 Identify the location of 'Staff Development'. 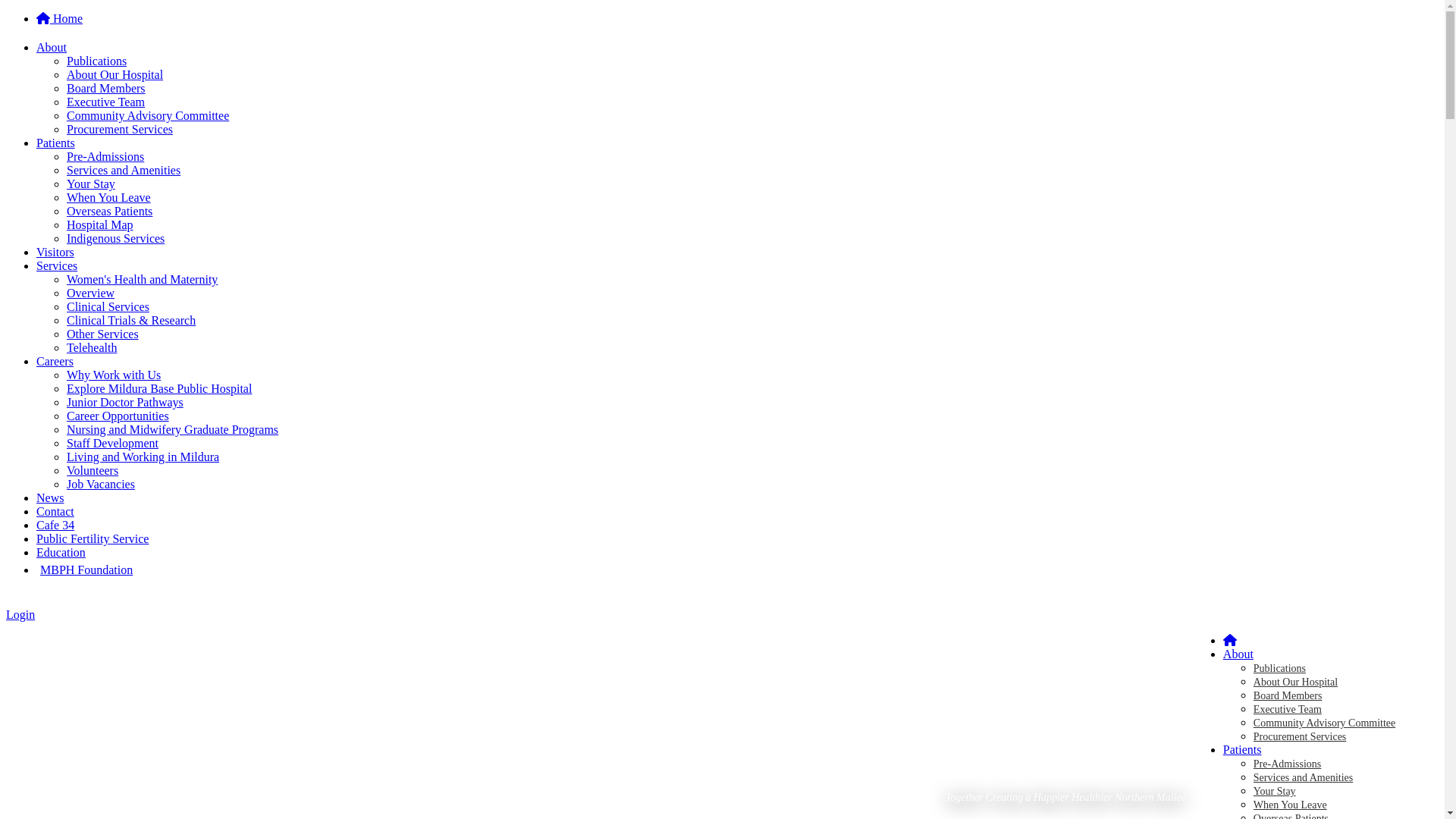
(65, 443).